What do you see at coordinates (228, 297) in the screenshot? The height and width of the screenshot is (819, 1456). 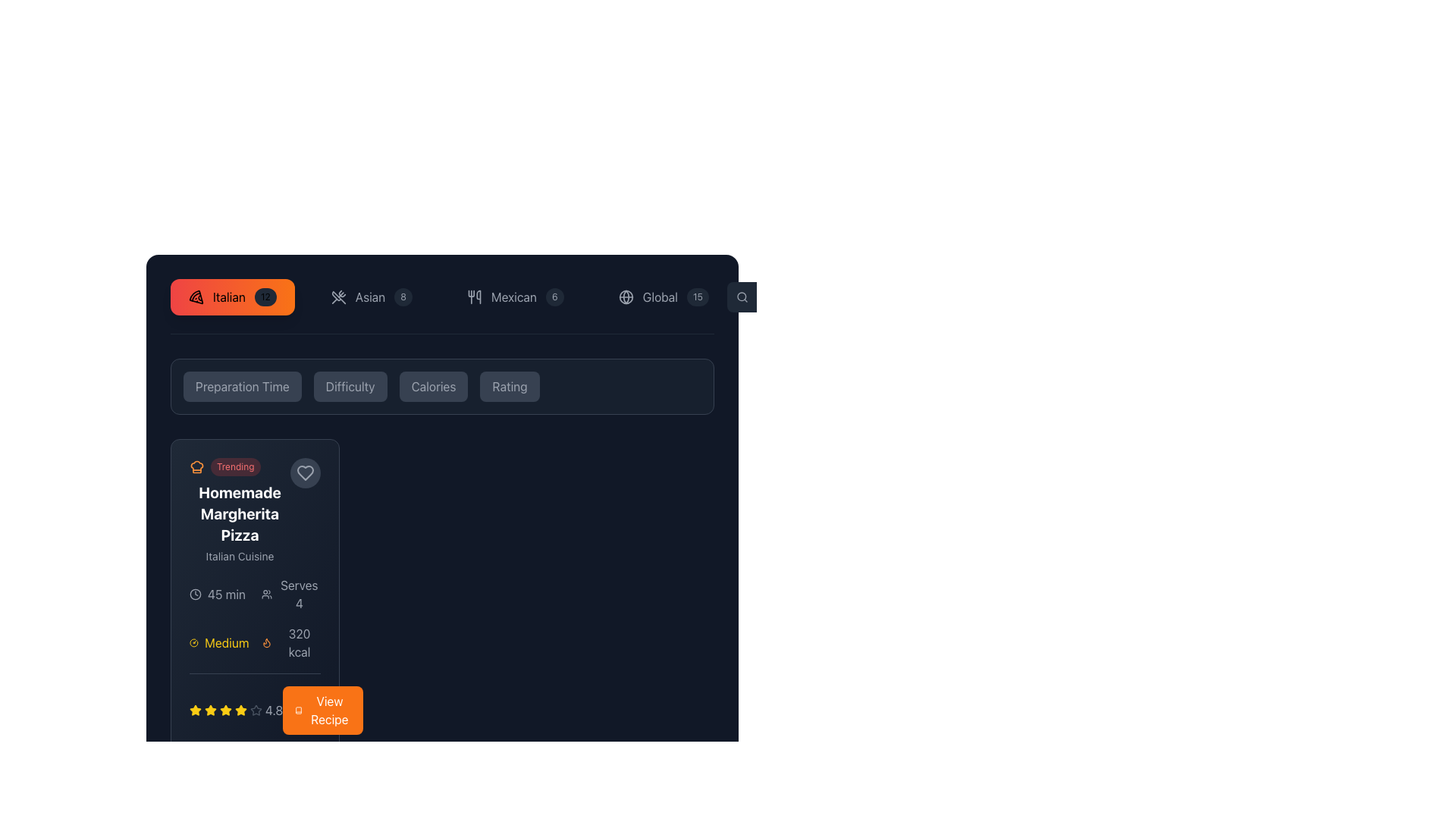 I see `the button containing the bold 'Italian' text label, which is centrally aligned within a gradient background and accompanied by a badge with '12' and a pizza slice icon` at bounding box center [228, 297].